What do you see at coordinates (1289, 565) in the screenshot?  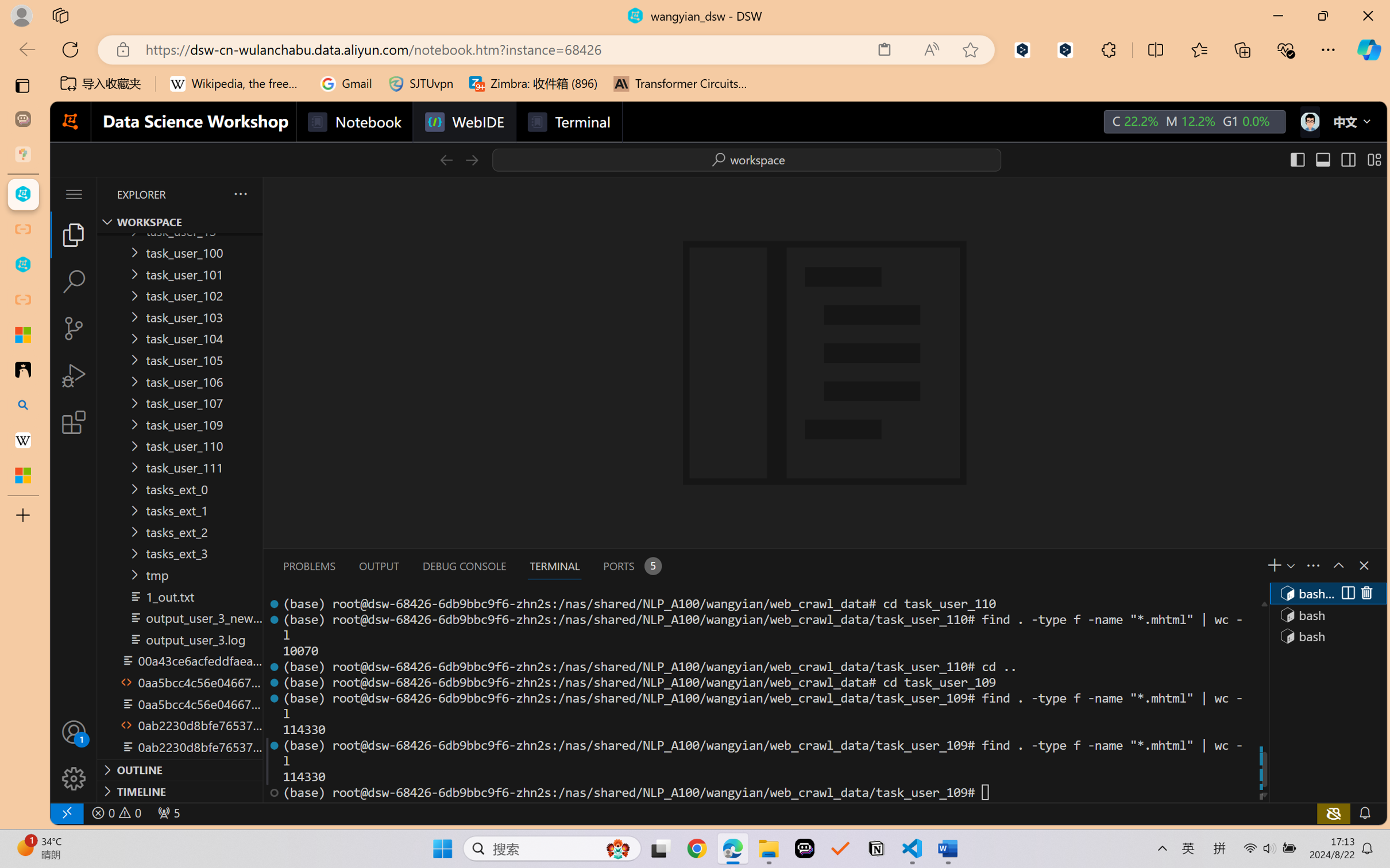 I see `'Launch Profile...'` at bounding box center [1289, 565].